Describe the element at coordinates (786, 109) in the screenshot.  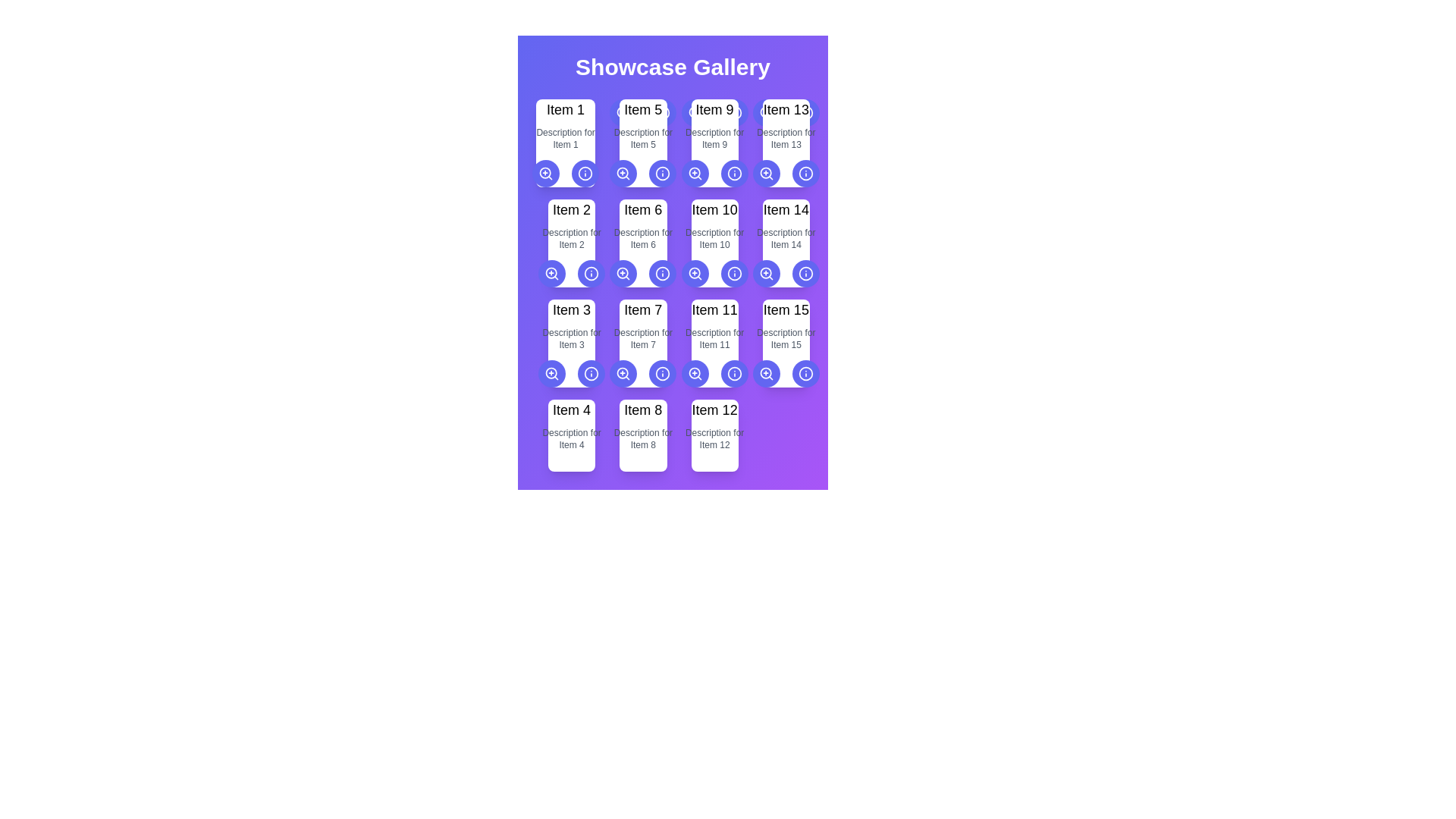
I see `the text label 'Item 13' located in the fourth row and fourth column of the grid under 'Showcase Gallery'` at that location.